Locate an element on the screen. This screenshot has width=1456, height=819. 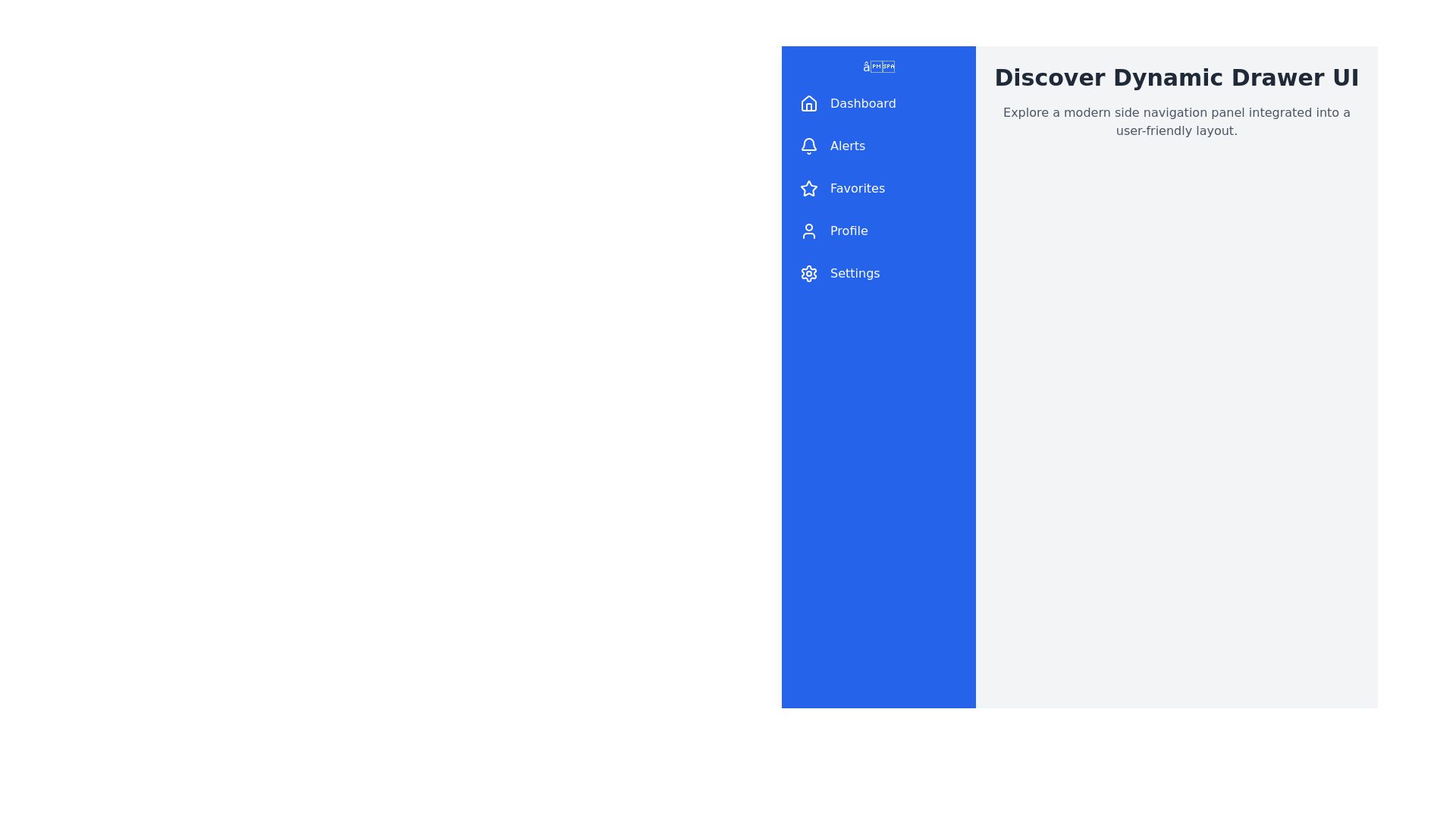
the 'Favorites' text element in the left-side vertical navigation menu, which is styled in white font on a blue background and is the third text item from the top is located at coordinates (858, 188).